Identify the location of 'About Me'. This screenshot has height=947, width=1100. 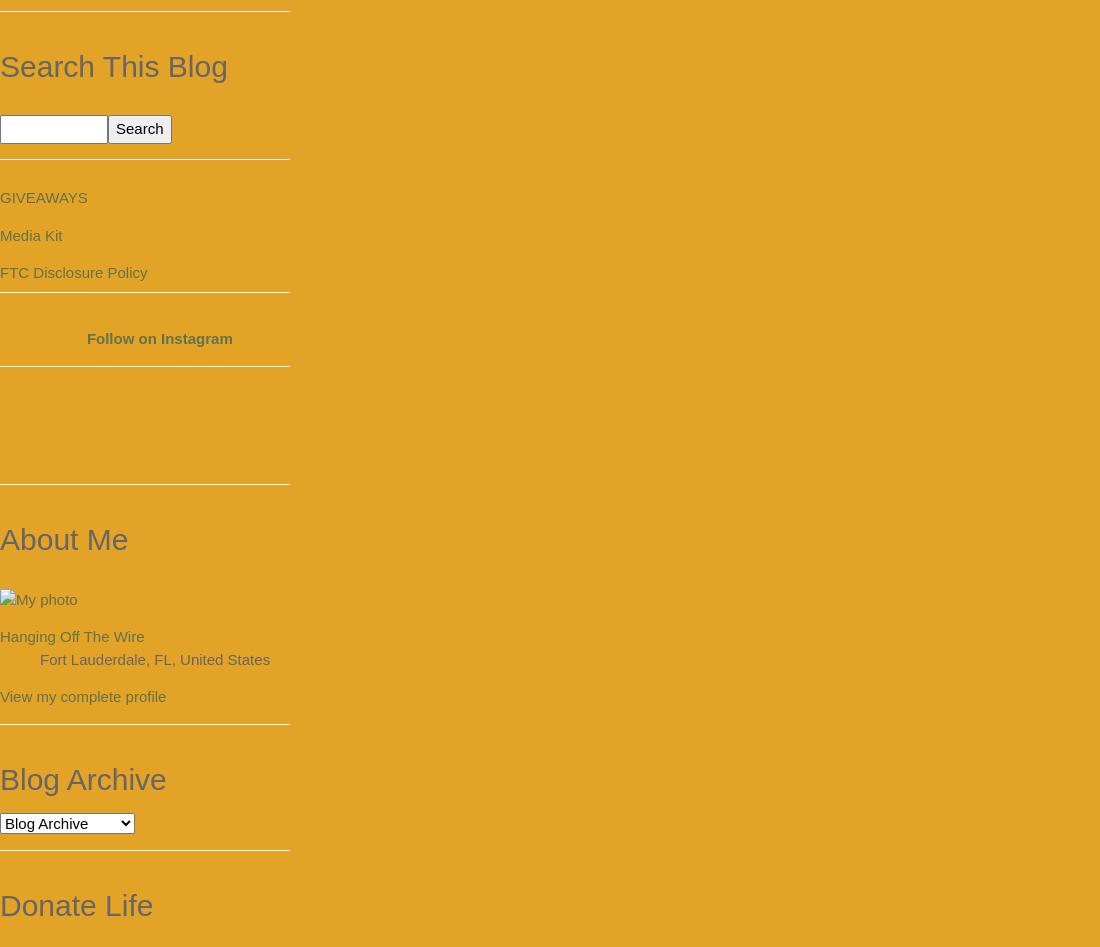
(63, 537).